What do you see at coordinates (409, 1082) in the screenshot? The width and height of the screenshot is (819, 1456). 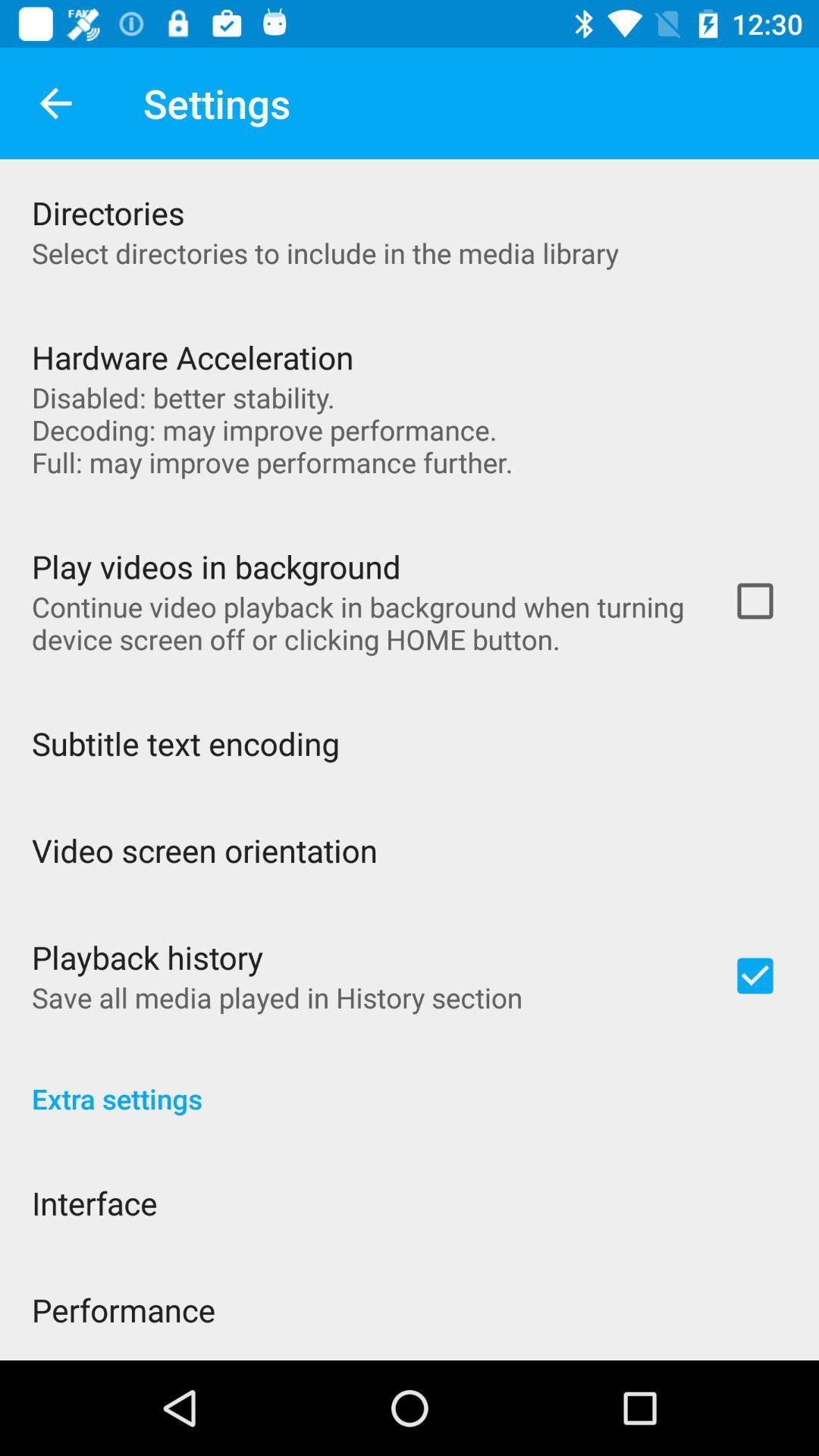 I see `the item below the save all media item` at bounding box center [409, 1082].